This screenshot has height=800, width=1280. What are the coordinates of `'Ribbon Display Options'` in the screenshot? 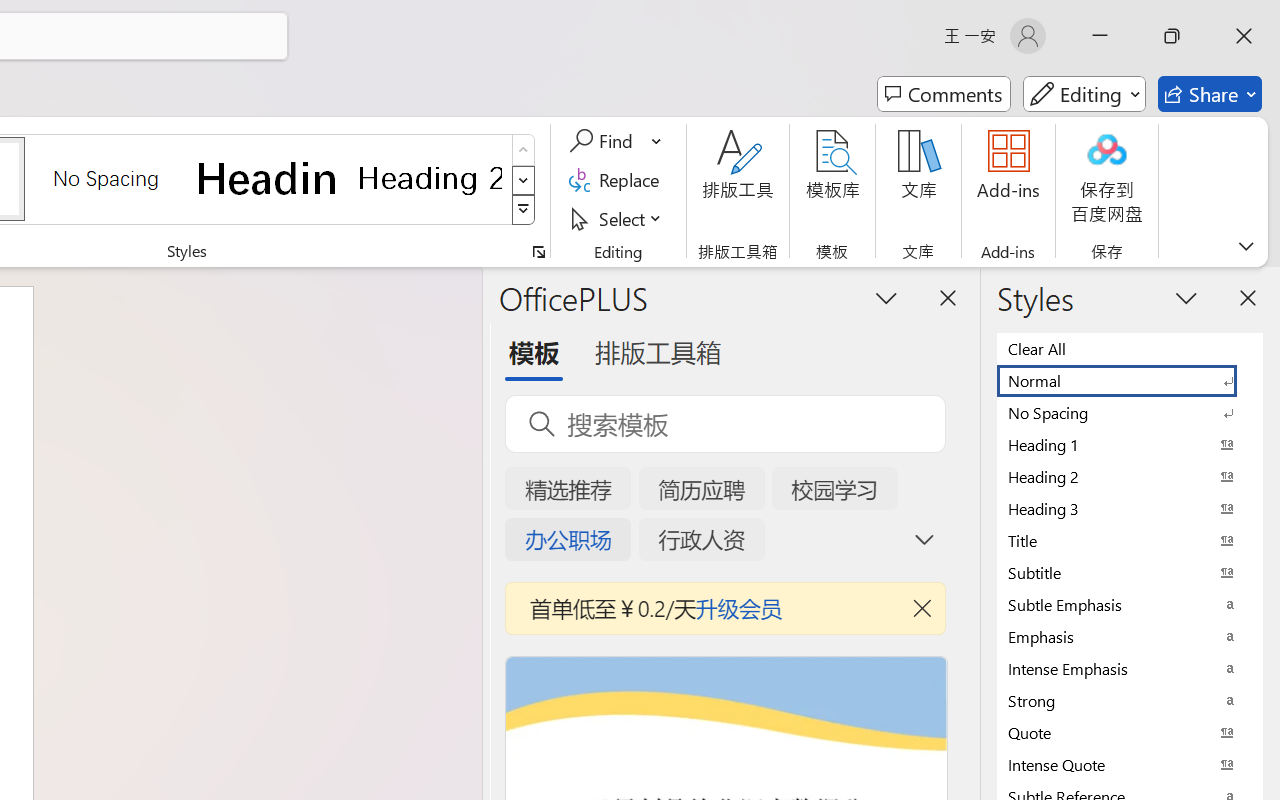 It's located at (1245, 245).